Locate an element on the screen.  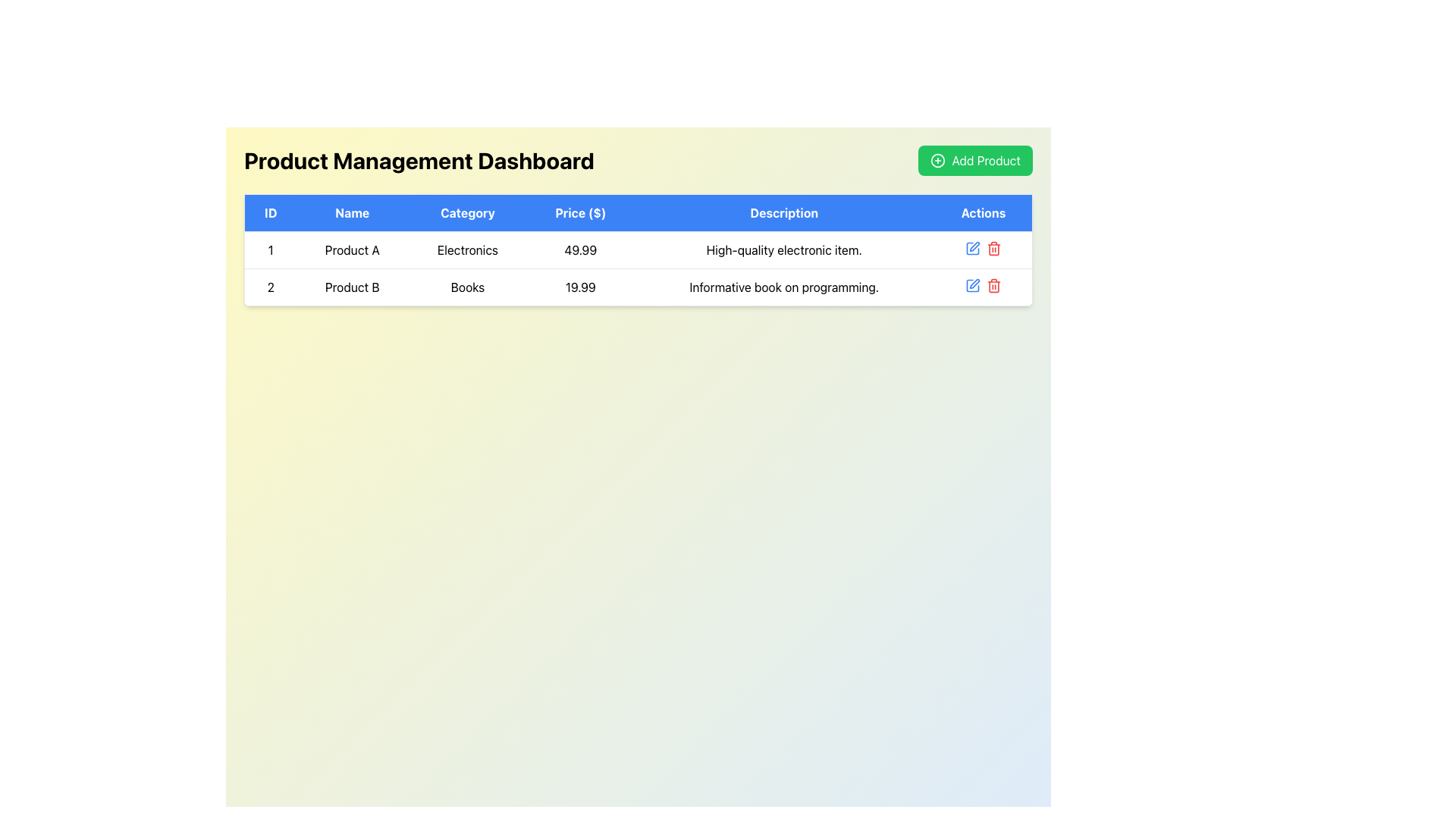
the button in the 'Actions' column for 'Product A' is located at coordinates (974, 246).